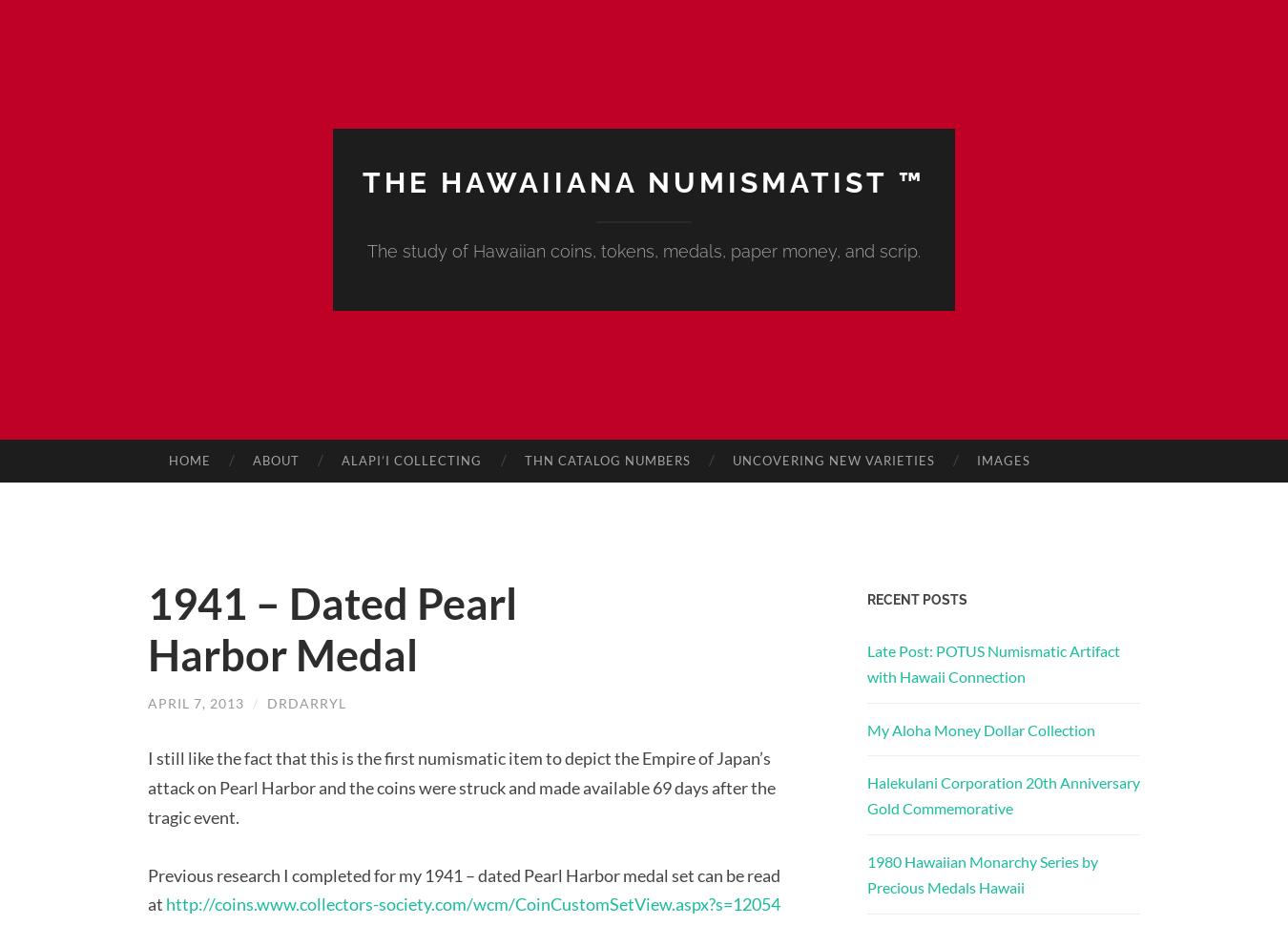 This screenshot has height=925, width=1288. Describe the element at coordinates (916, 600) in the screenshot. I see `'Recent Posts'` at that location.